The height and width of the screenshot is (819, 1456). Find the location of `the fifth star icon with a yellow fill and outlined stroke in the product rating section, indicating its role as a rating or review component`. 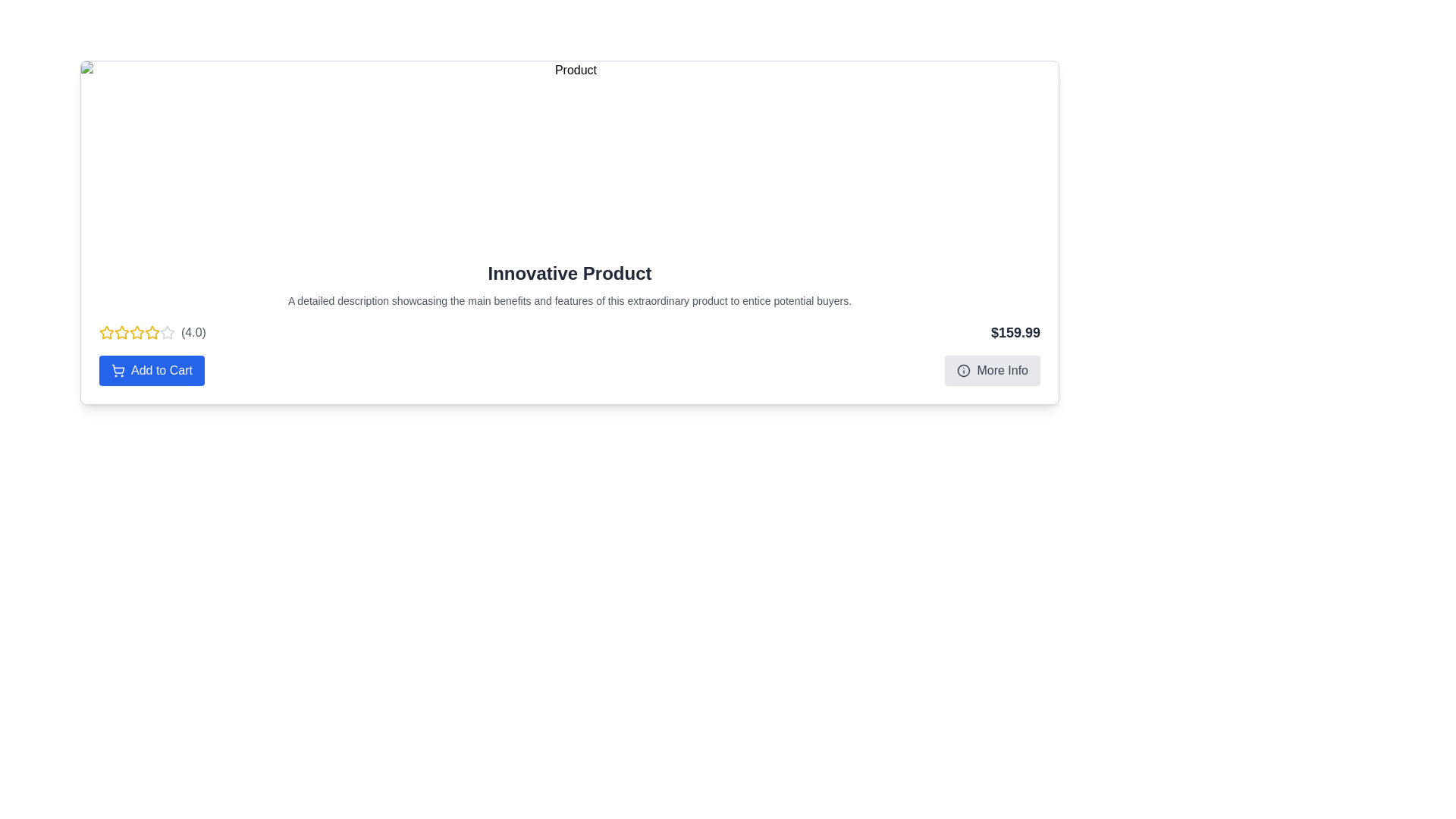

the fifth star icon with a yellow fill and outlined stroke in the product rating section, indicating its role as a rating or review component is located at coordinates (152, 332).